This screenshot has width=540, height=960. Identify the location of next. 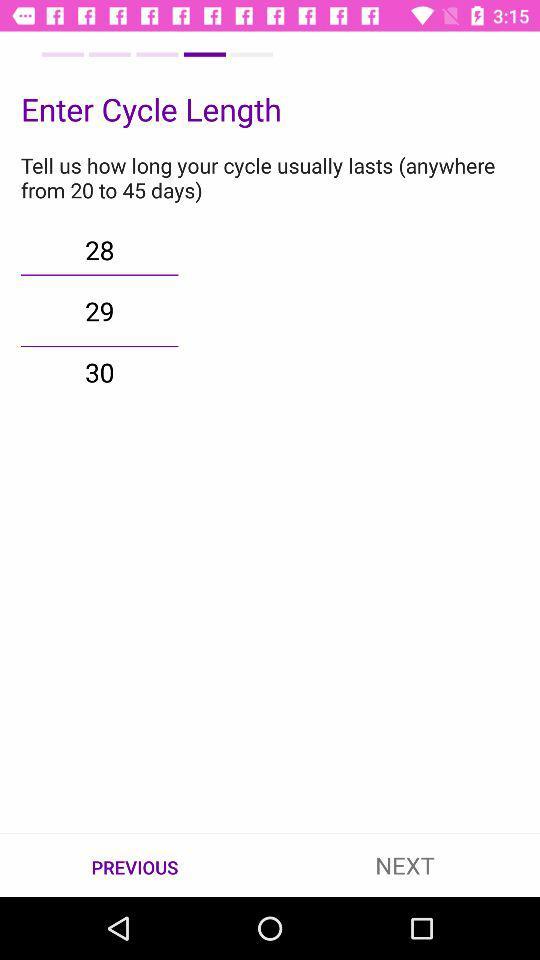
(405, 864).